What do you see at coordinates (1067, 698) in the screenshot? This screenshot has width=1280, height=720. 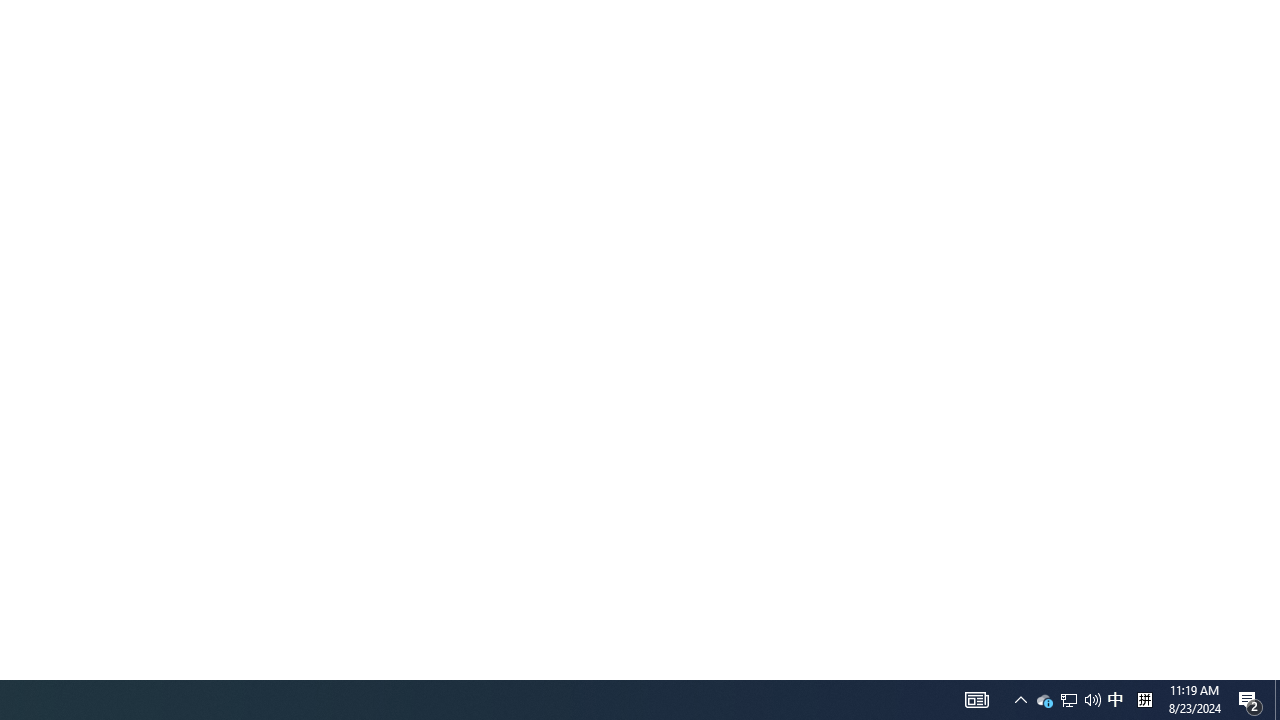 I see `'Q2790: 100%'` at bounding box center [1067, 698].